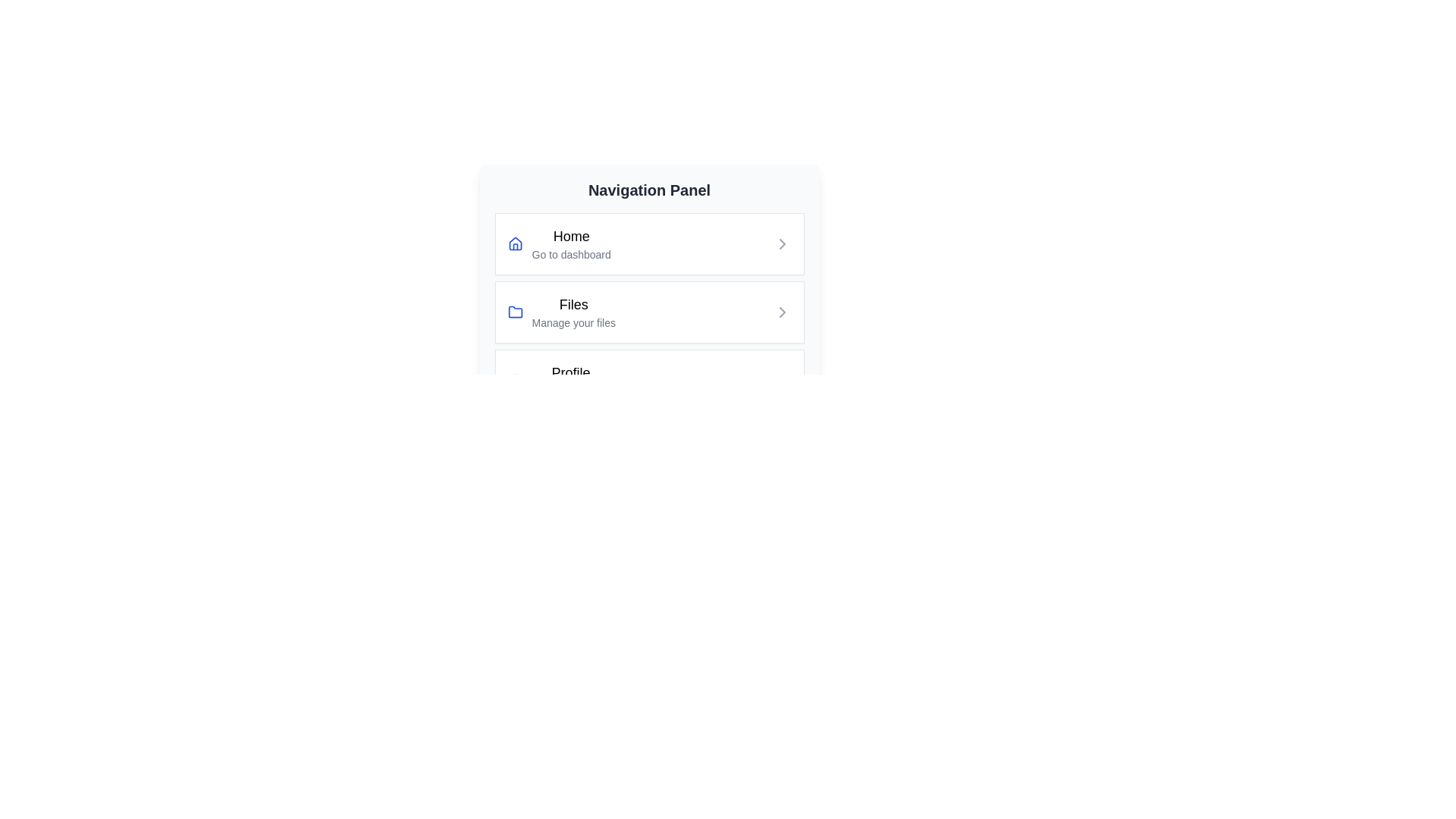  Describe the element at coordinates (782, 243) in the screenshot. I see `the chevron icon located at the far-right edge of the 'Home' navigation card, which indicates forward navigation` at that location.